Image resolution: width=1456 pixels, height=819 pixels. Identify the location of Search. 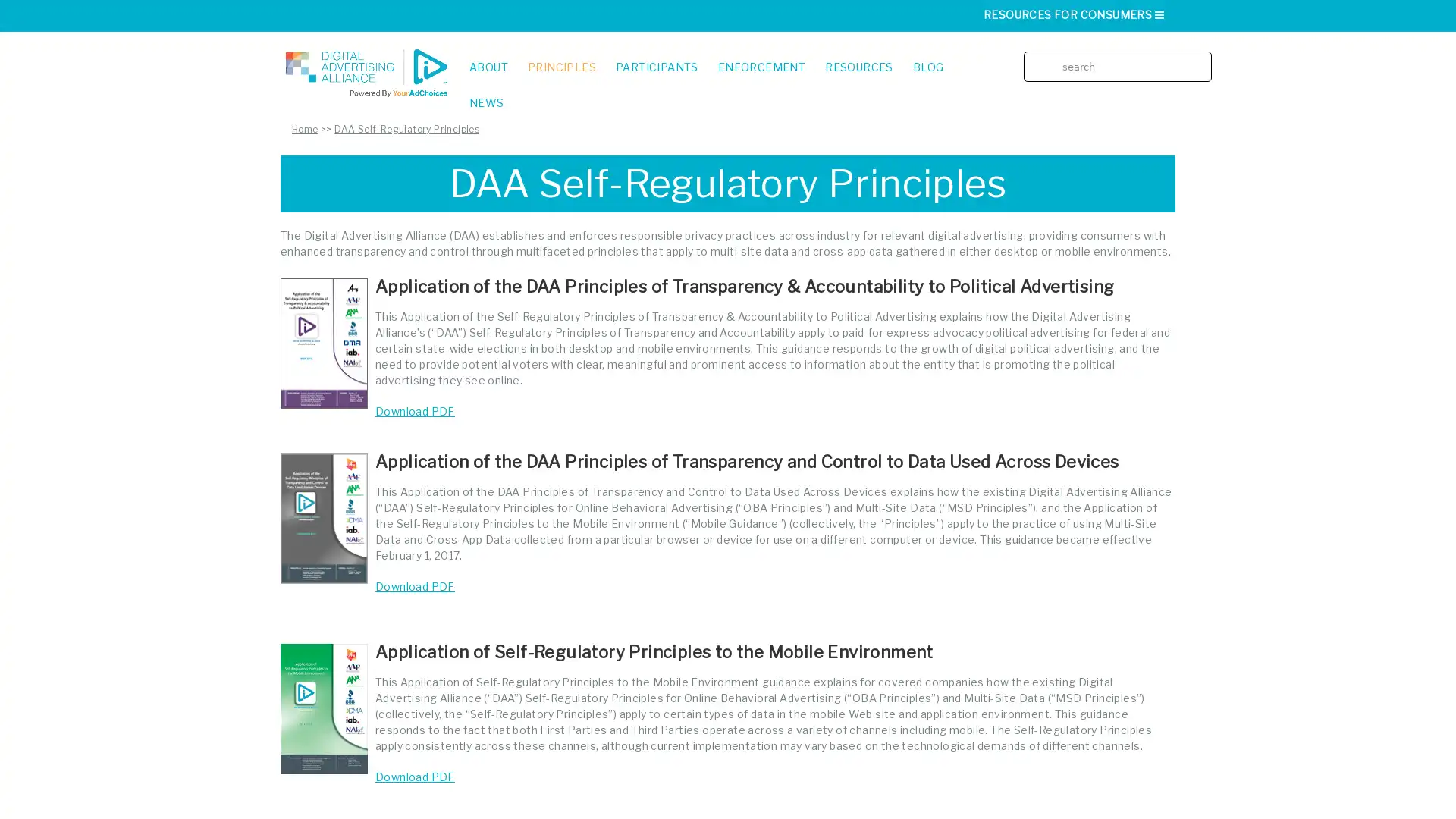
(1204, 55).